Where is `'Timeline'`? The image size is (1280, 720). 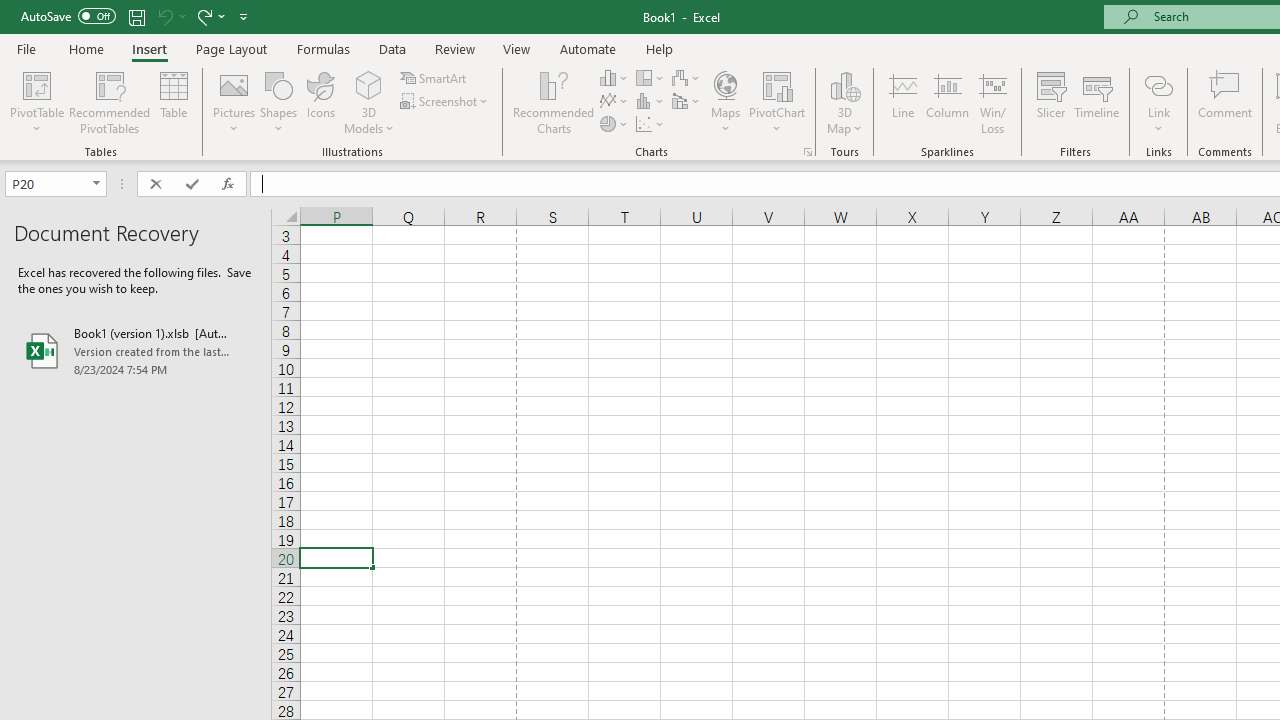
'Timeline' is located at coordinates (1096, 103).